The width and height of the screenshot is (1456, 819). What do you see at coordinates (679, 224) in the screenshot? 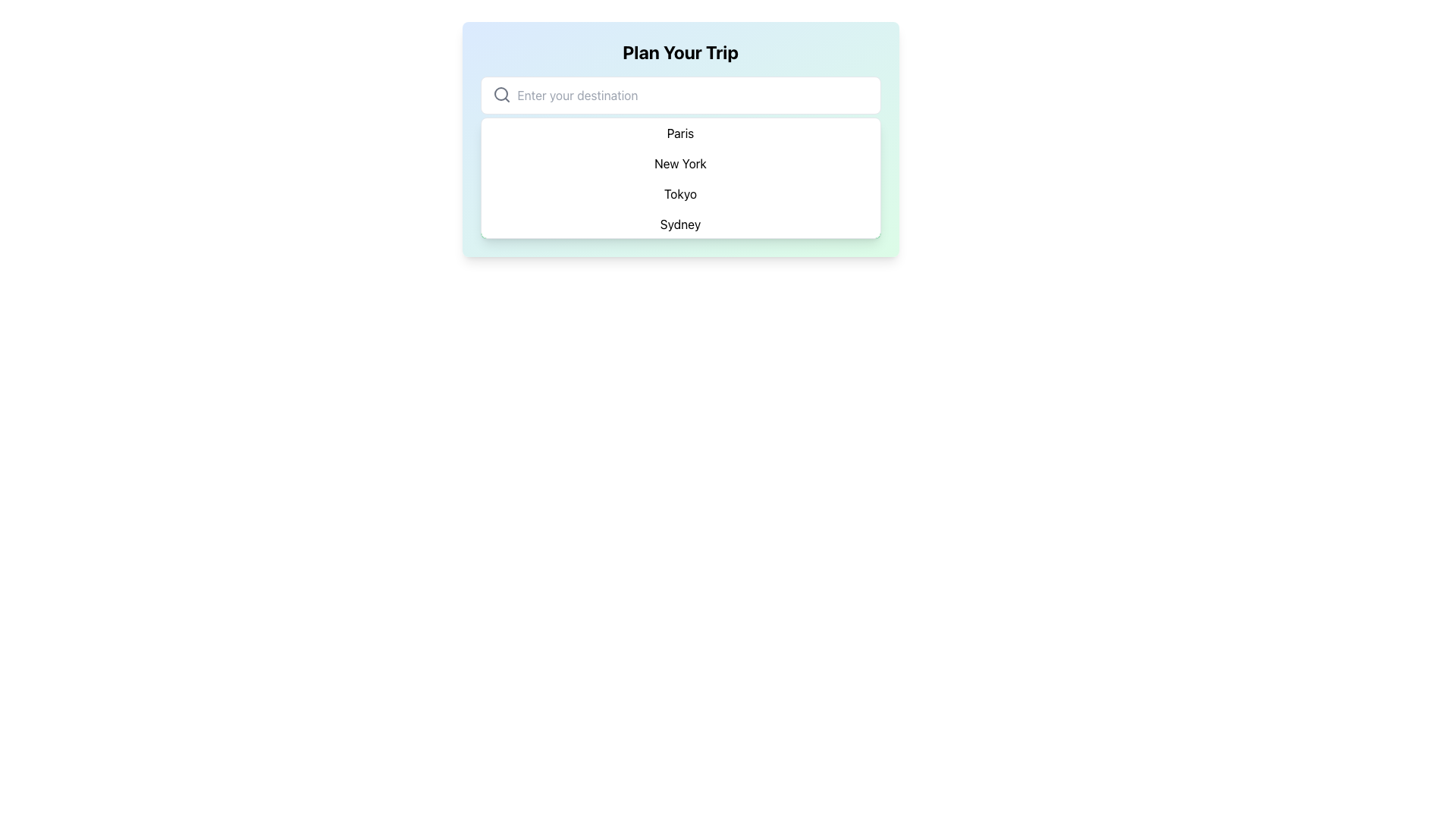
I see `the text label displaying 'Sydney' which is the fourth item in a dropdown menu list` at bounding box center [679, 224].